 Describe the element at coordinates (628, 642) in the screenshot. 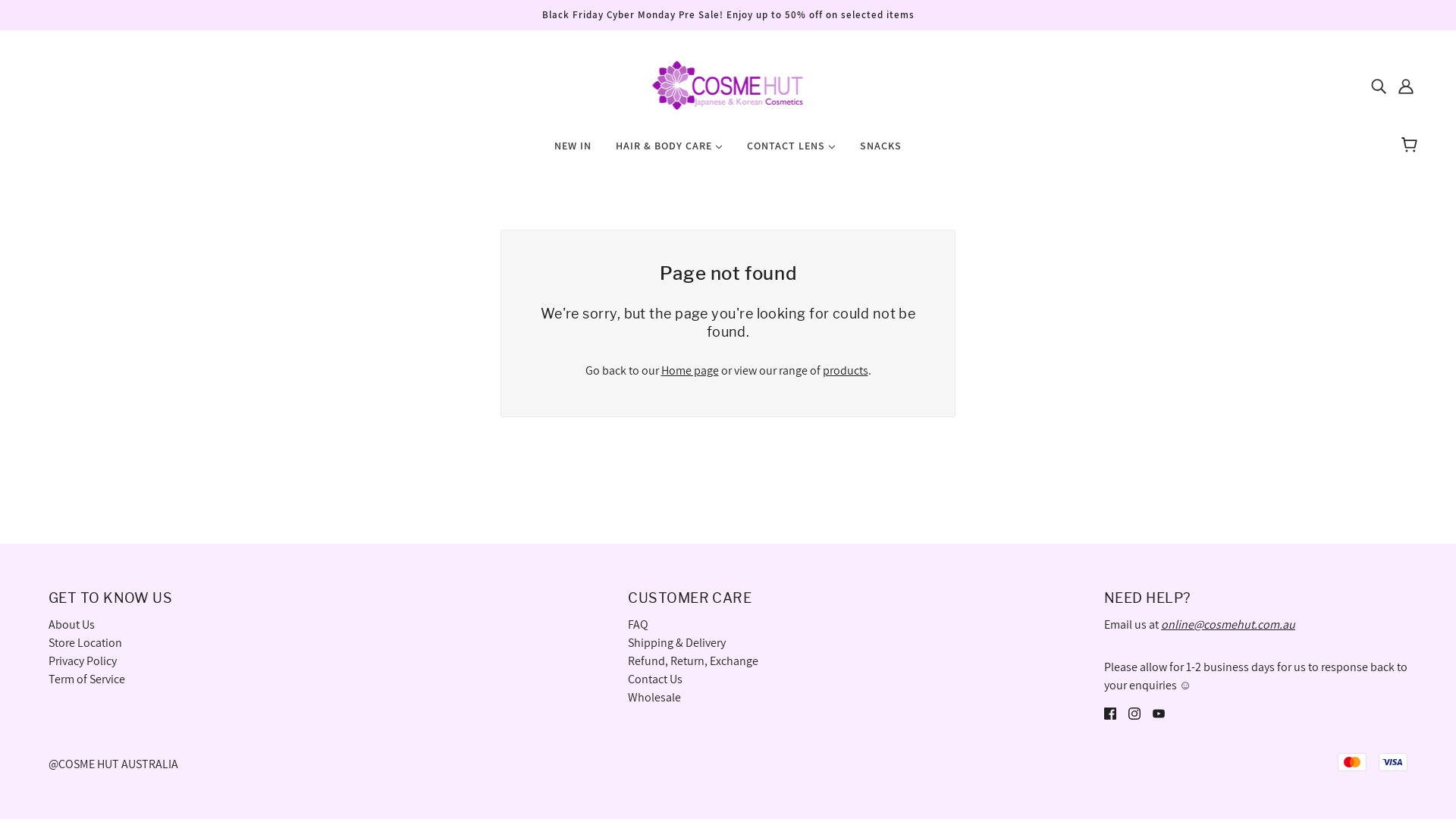

I see `'Shipping & Delivery'` at that location.